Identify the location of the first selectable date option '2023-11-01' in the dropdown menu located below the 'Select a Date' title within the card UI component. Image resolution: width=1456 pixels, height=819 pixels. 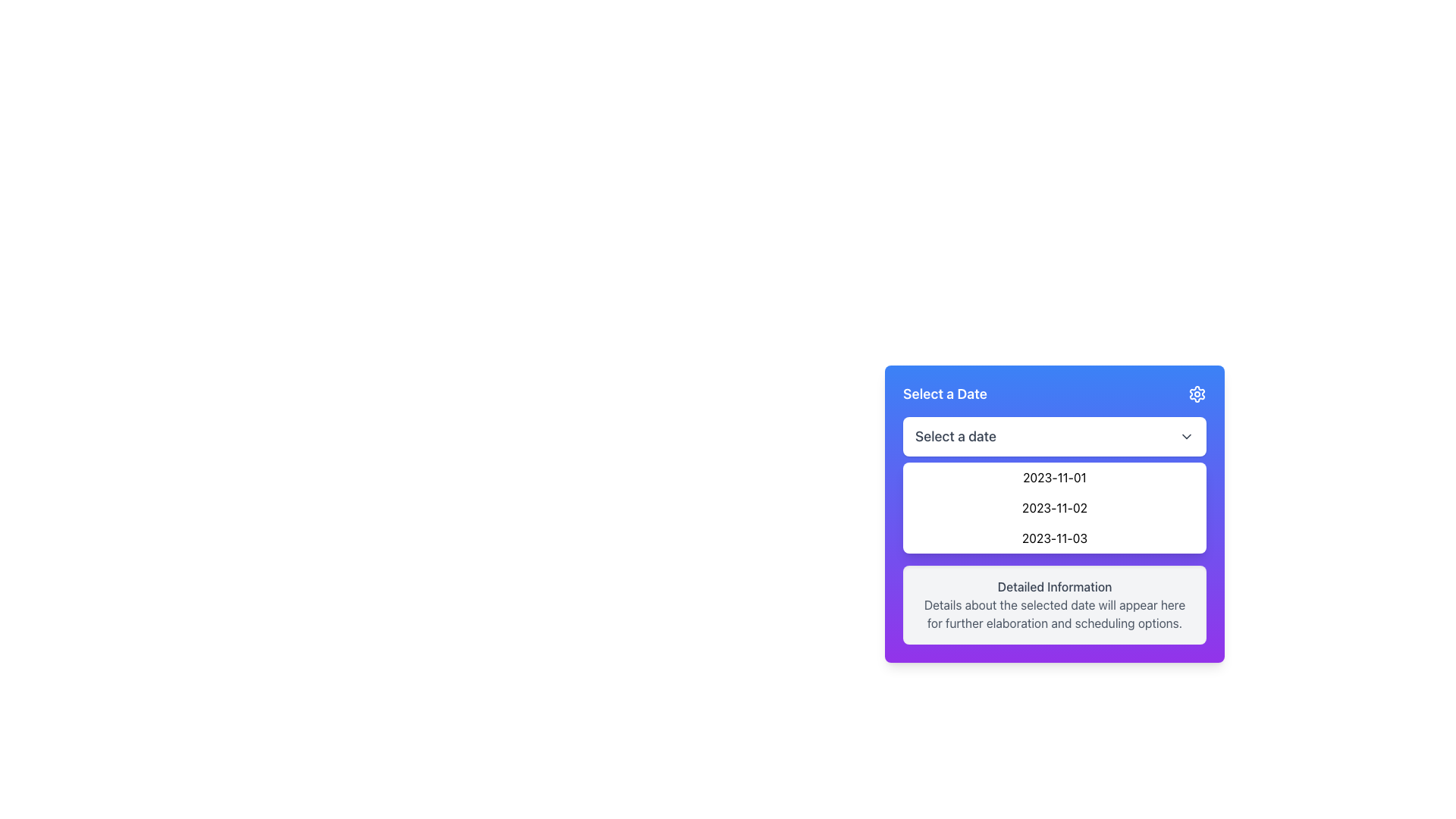
(1054, 485).